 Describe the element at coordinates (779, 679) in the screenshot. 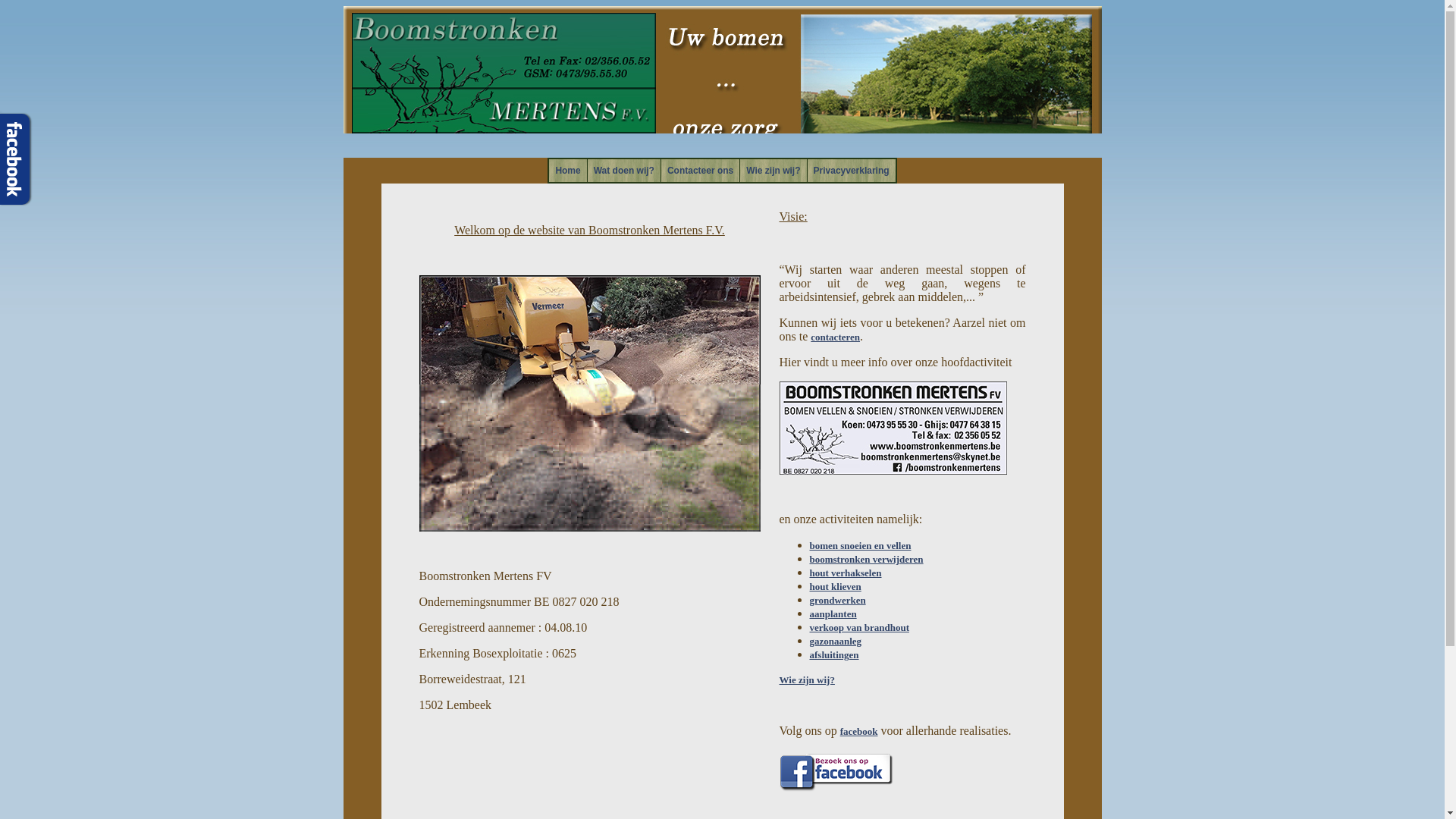

I see `'Wie zijn wij?'` at that location.